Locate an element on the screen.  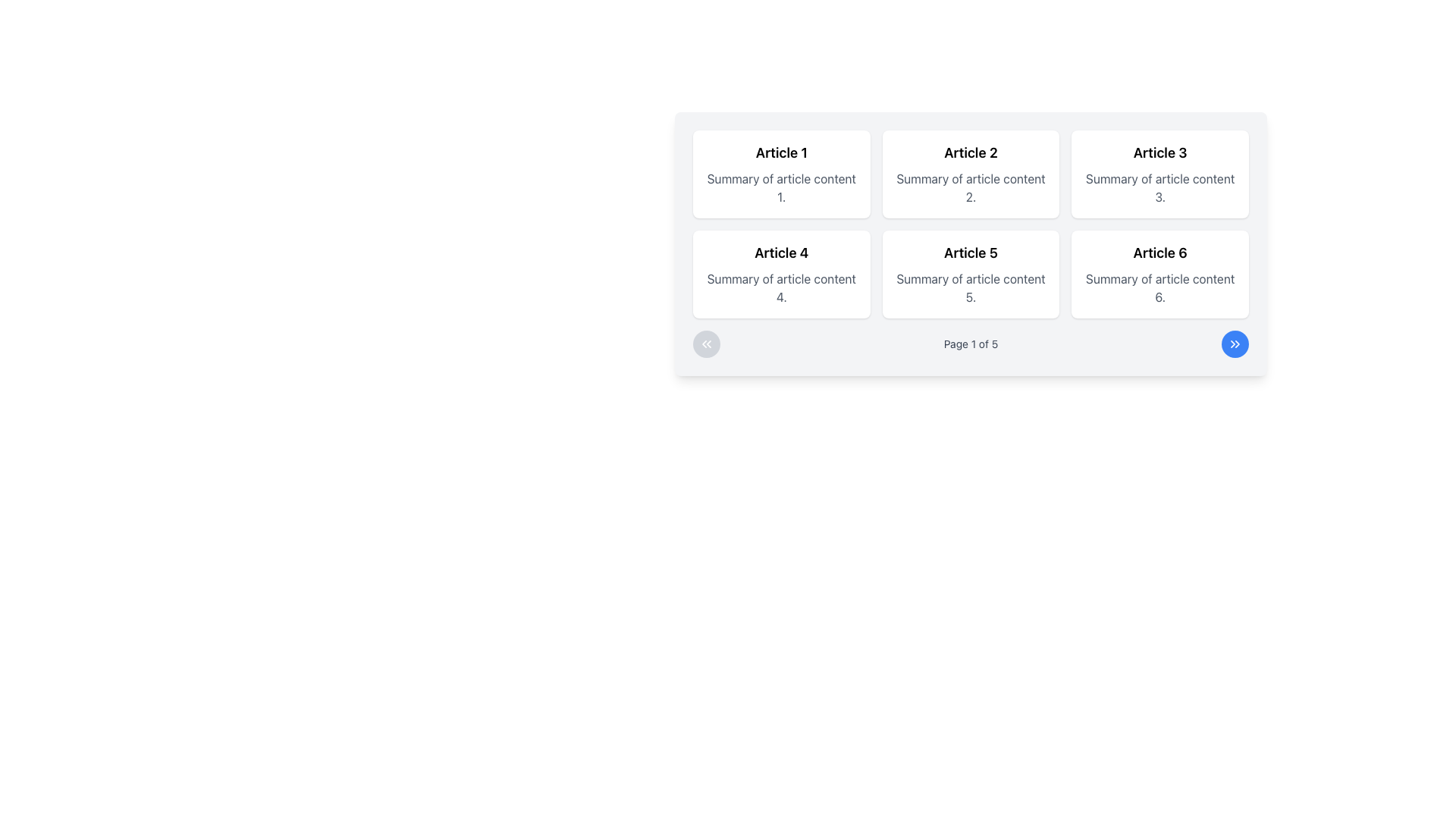
the blue circular button with white double right chevrons (>>) to observe the hover effect is located at coordinates (1235, 344).